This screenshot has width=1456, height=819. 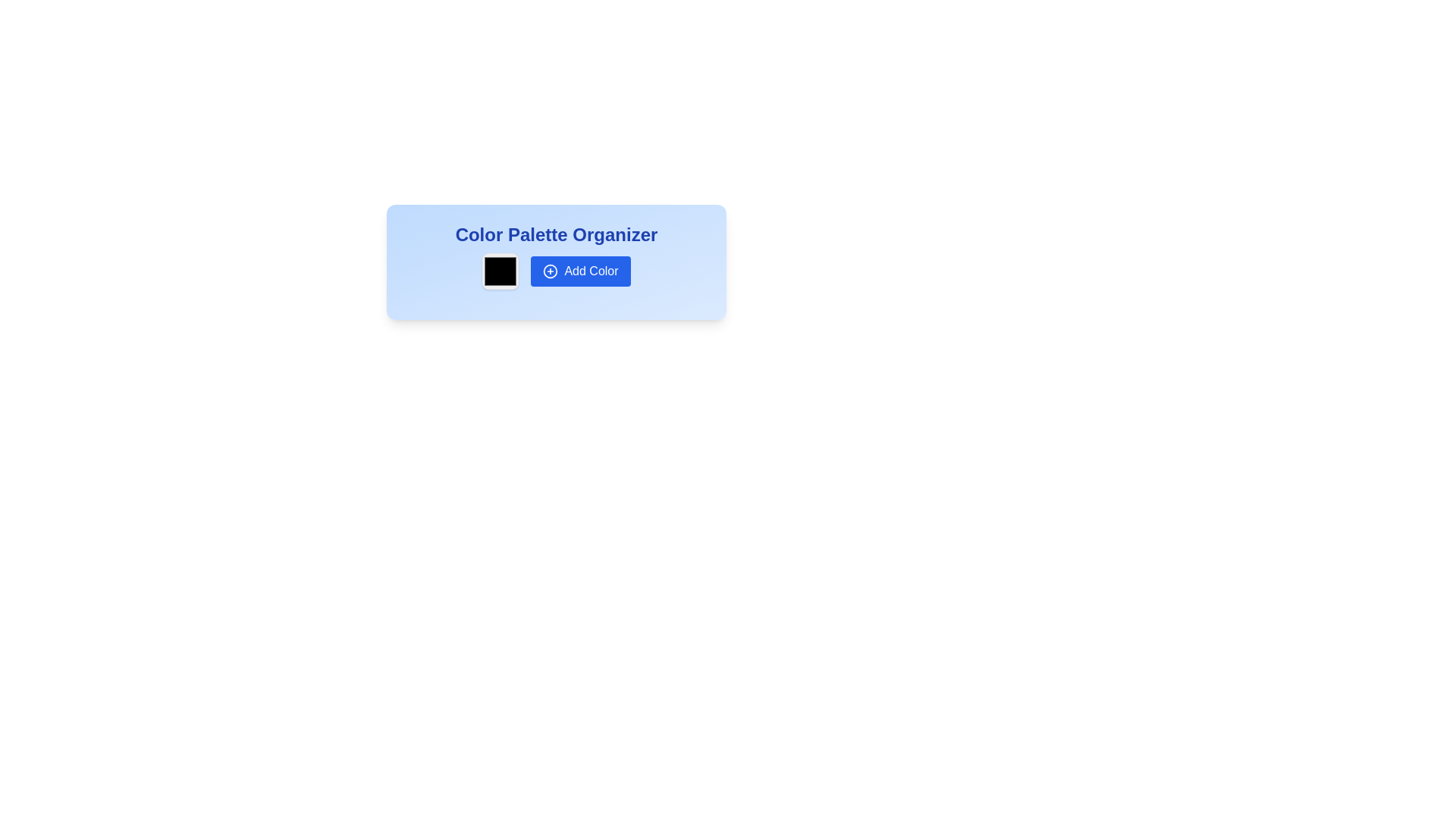 I want to click on the 'Add' graphical icon located at the center of the blue 'Add Color' button in the 'Color Palette Organizer' module, so click(x=550, y=271).